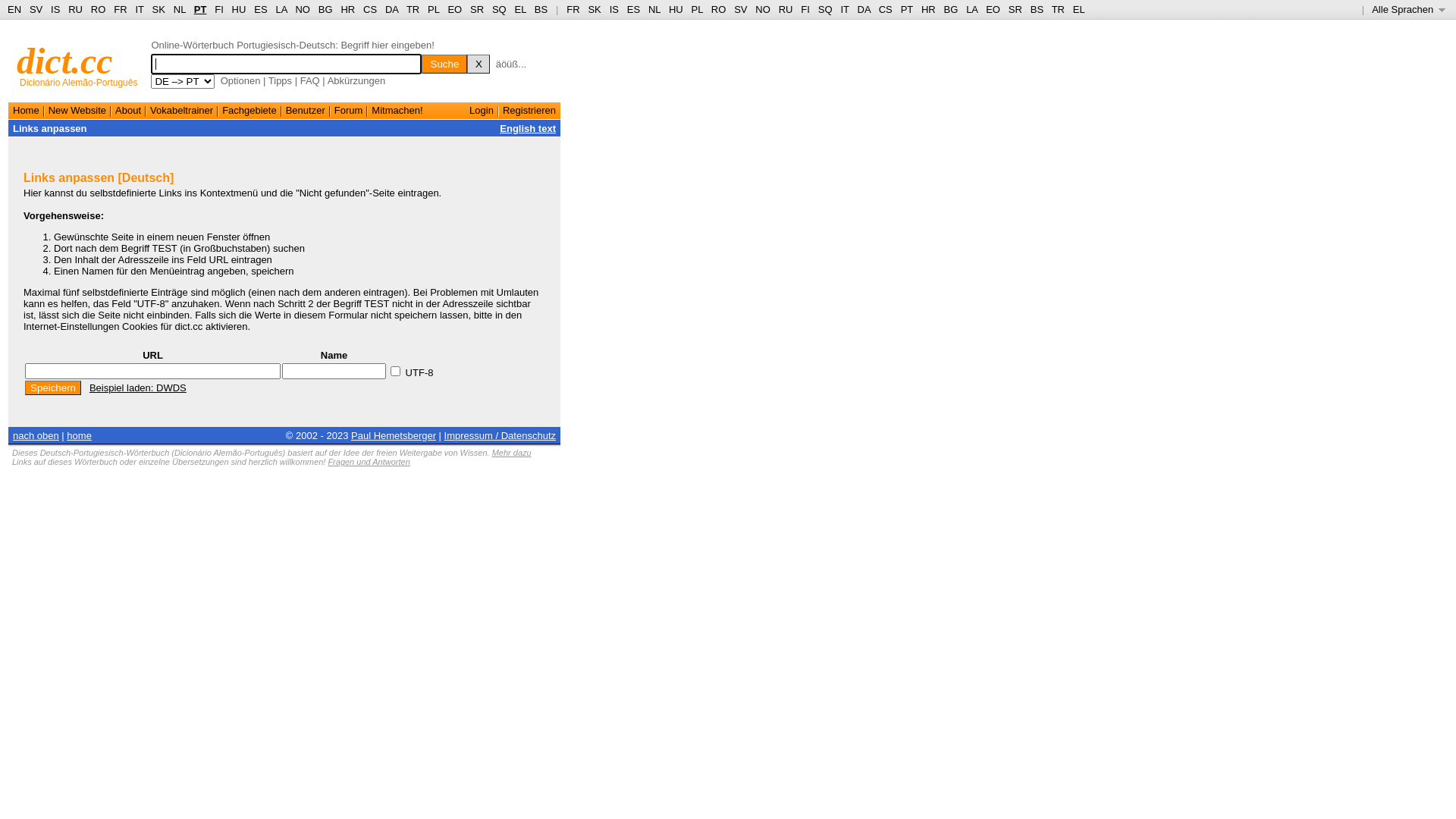 The image size is (1456, 819). I want to click on 'Optionen', so click(220, 80).